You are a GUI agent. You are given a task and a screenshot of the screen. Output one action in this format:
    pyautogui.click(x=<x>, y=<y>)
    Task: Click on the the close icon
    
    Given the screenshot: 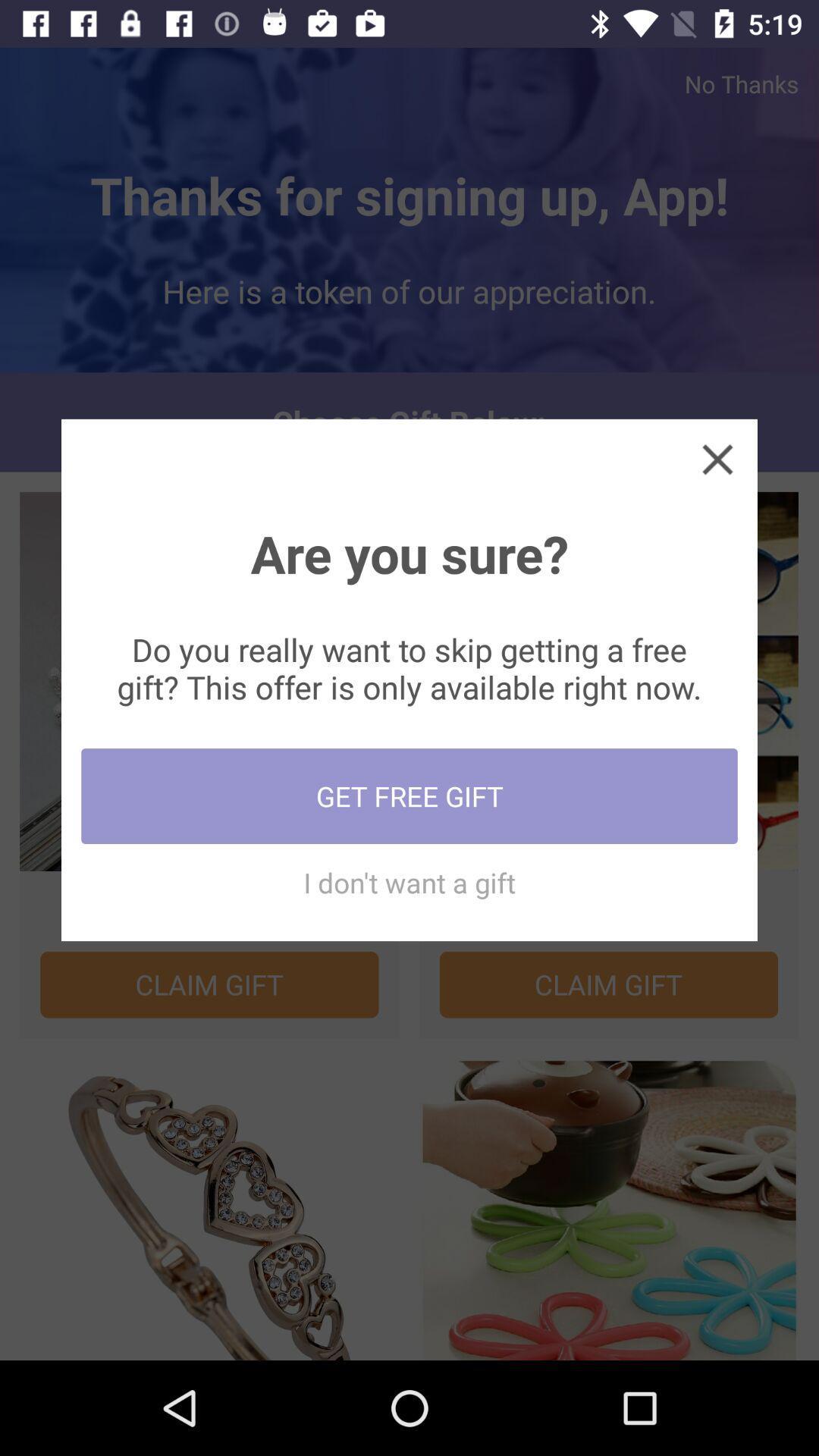 What is the action you would take?
    pyautogui.click(x=717, y=458)
    